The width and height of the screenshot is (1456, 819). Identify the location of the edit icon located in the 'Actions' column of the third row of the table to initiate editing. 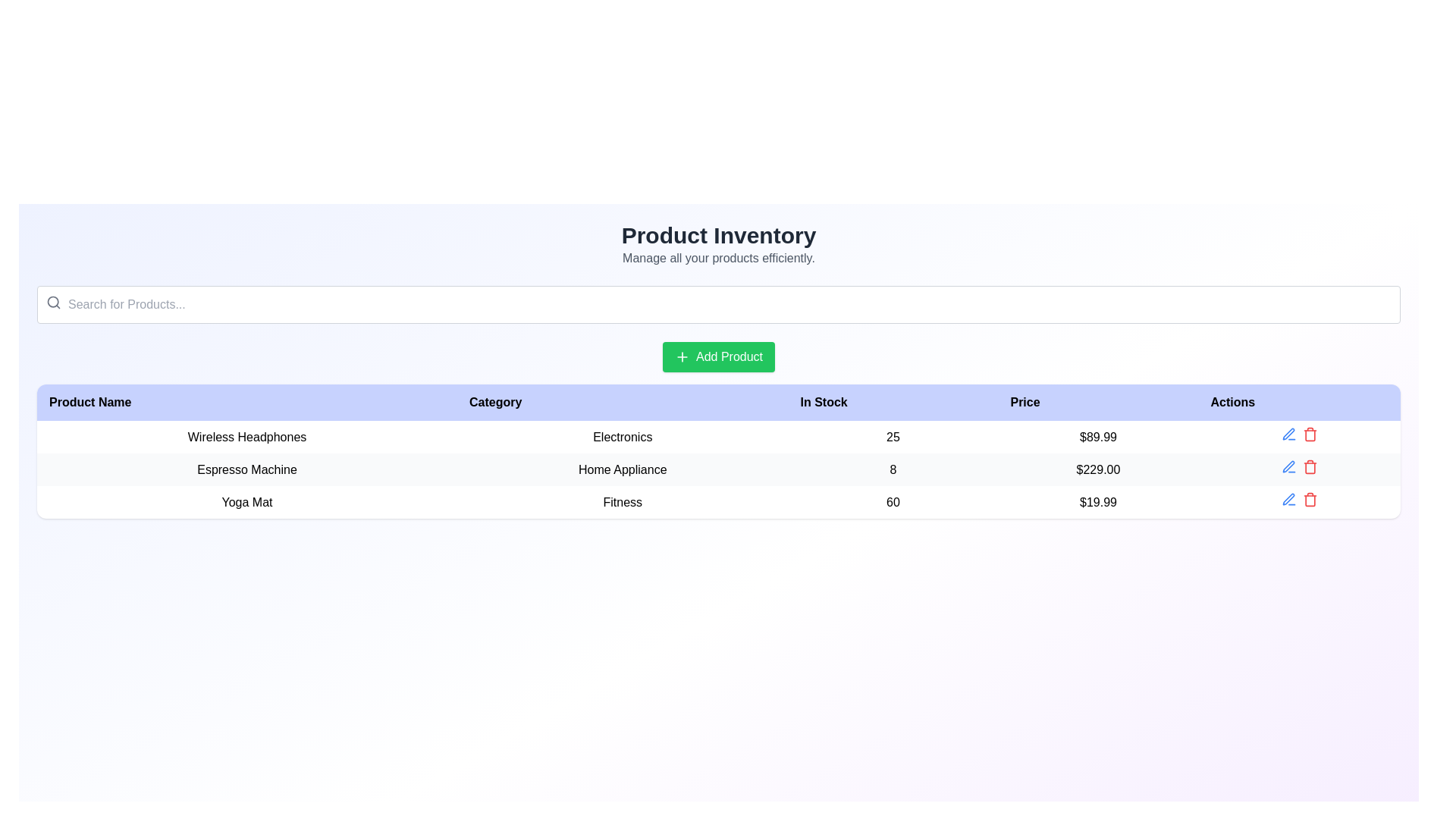
(1288, 499).